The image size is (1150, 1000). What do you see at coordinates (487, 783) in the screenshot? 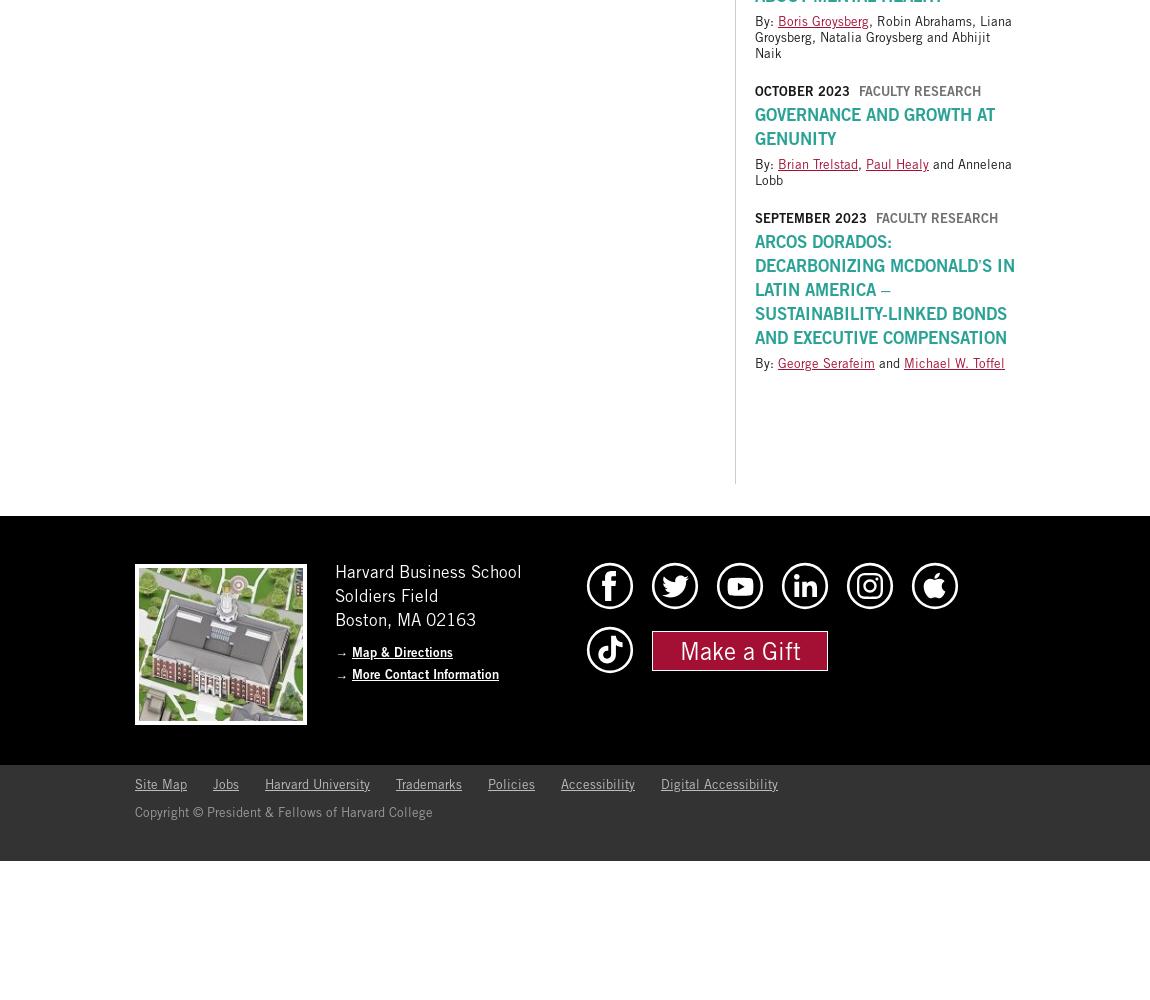
I see `'Policies'` at bounding box center [487, 783].